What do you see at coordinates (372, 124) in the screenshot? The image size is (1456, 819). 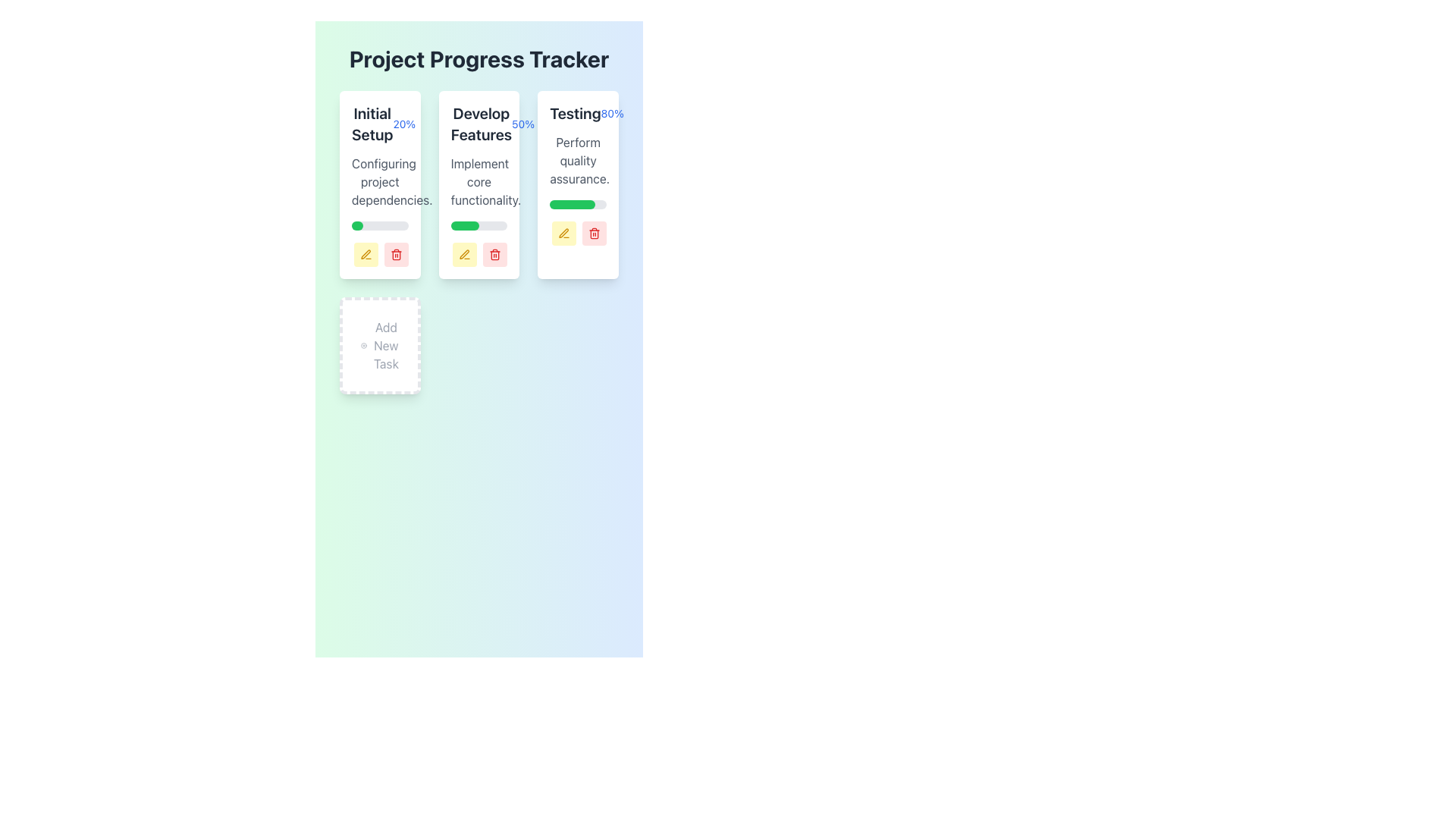 I see `text of the title Text Label for the first task card in the main progress tracker layout, which is positioned to the left of a smaller text stating '20%'` at bounding box center [372, 124].